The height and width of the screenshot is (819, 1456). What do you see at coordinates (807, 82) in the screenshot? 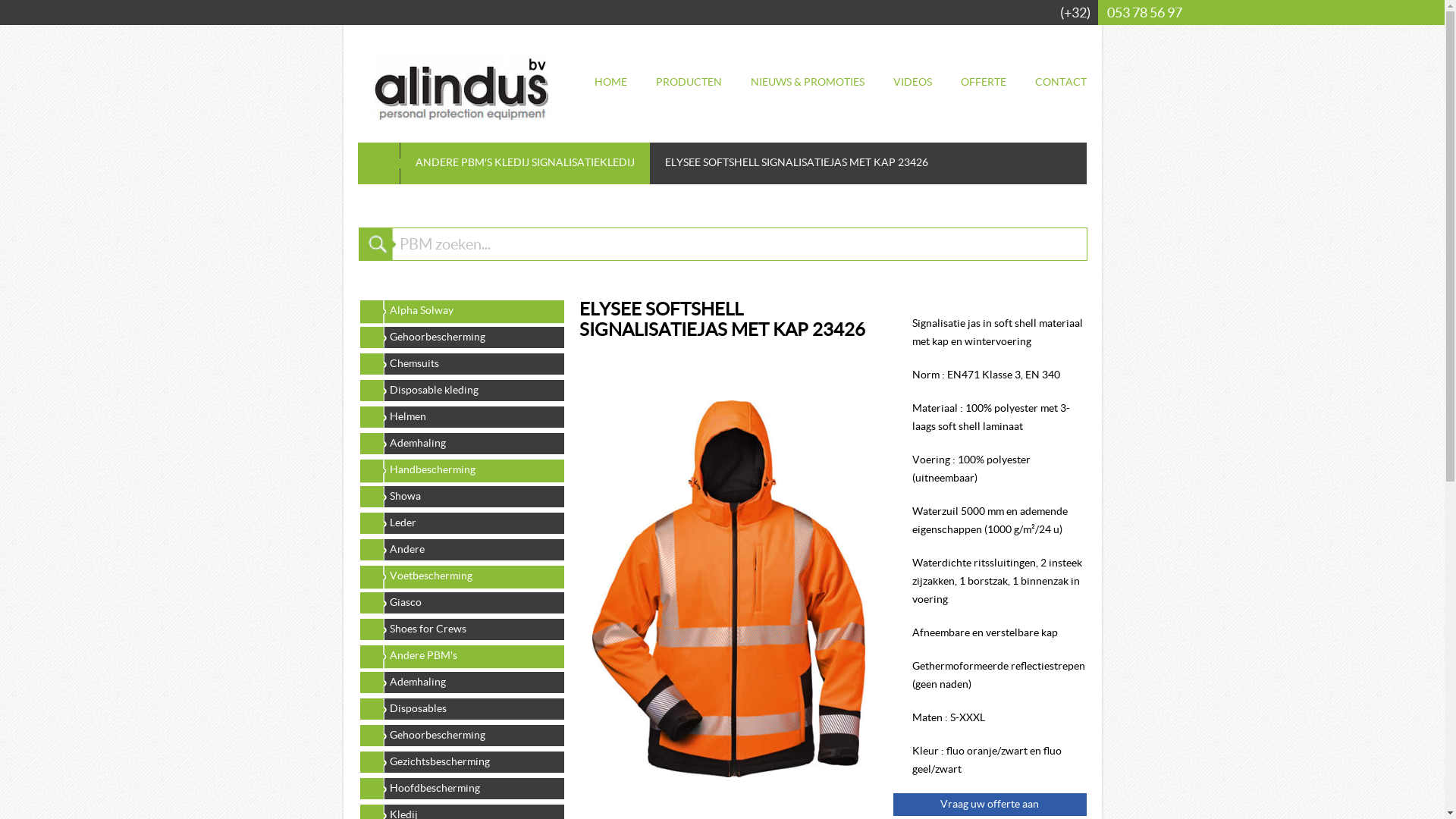
I see `'NIEUWS & PROMOTIES'` at bounding box center [807, 82].